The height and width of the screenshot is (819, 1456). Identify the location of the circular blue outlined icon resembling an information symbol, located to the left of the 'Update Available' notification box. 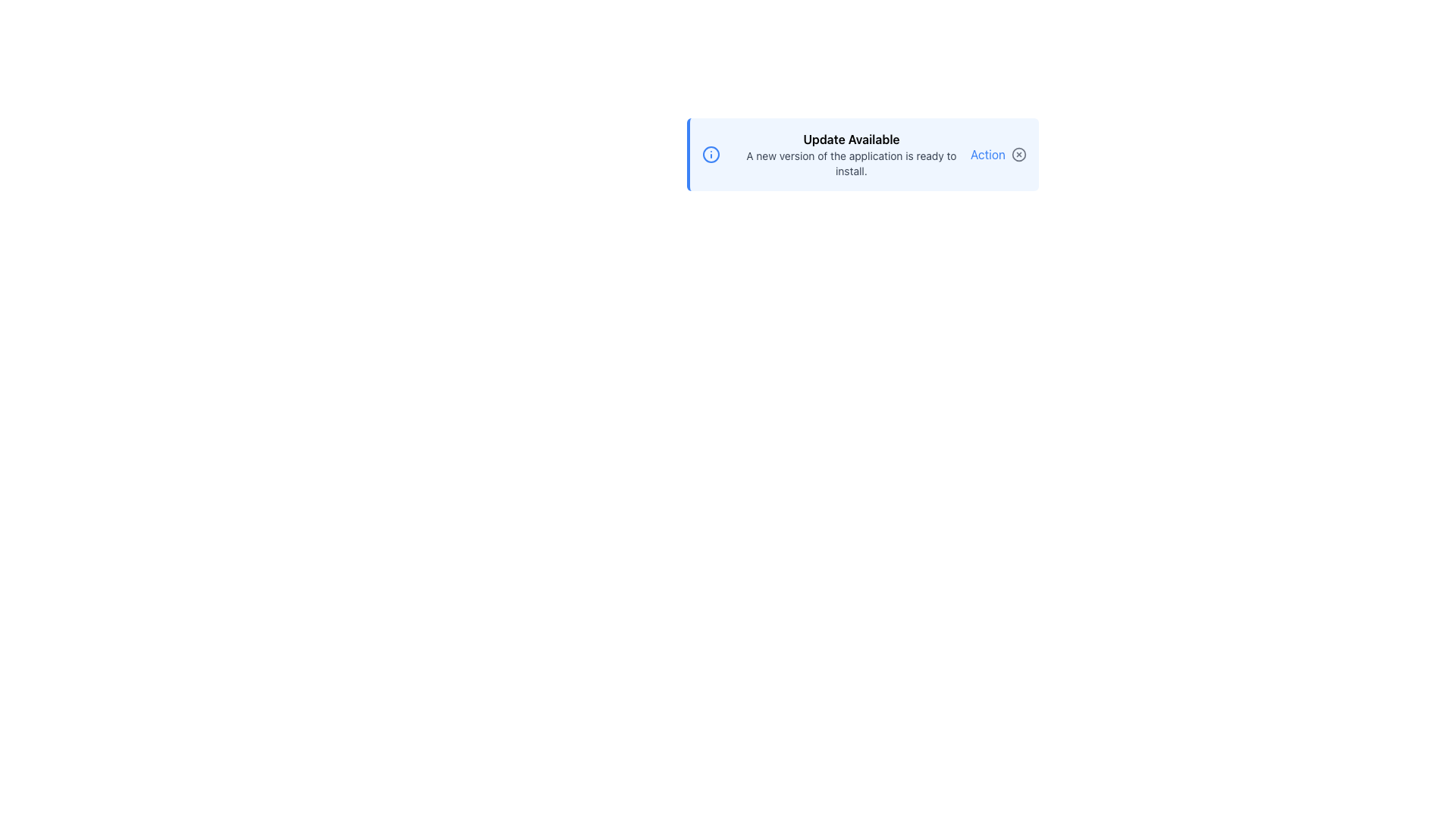
(710, 155).